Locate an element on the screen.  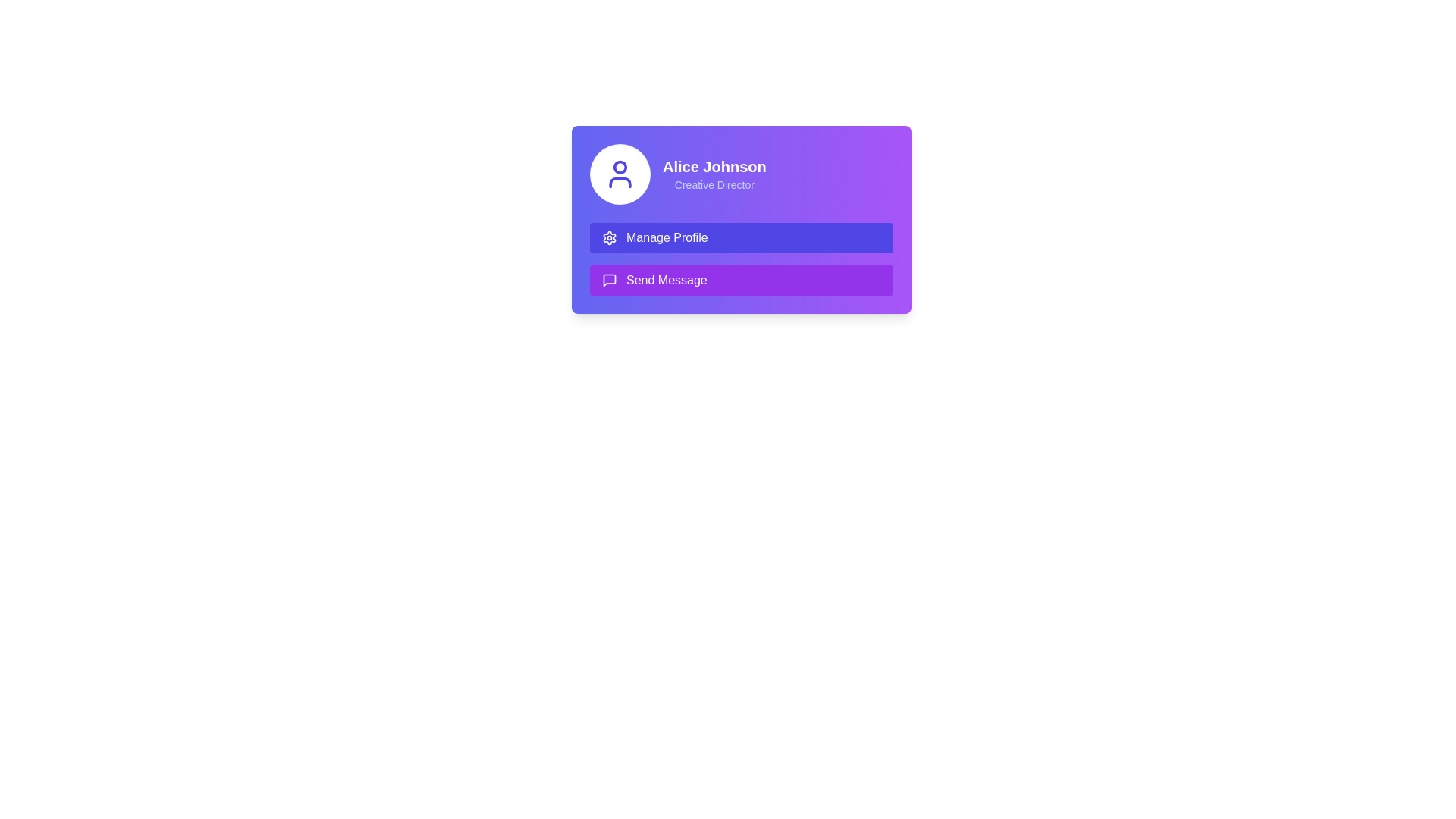
the settings icon located inside the 'Manage Profile' button, which is positioned below the header containing the name 'Alice Johnson' is located at coordinates (610, 237).